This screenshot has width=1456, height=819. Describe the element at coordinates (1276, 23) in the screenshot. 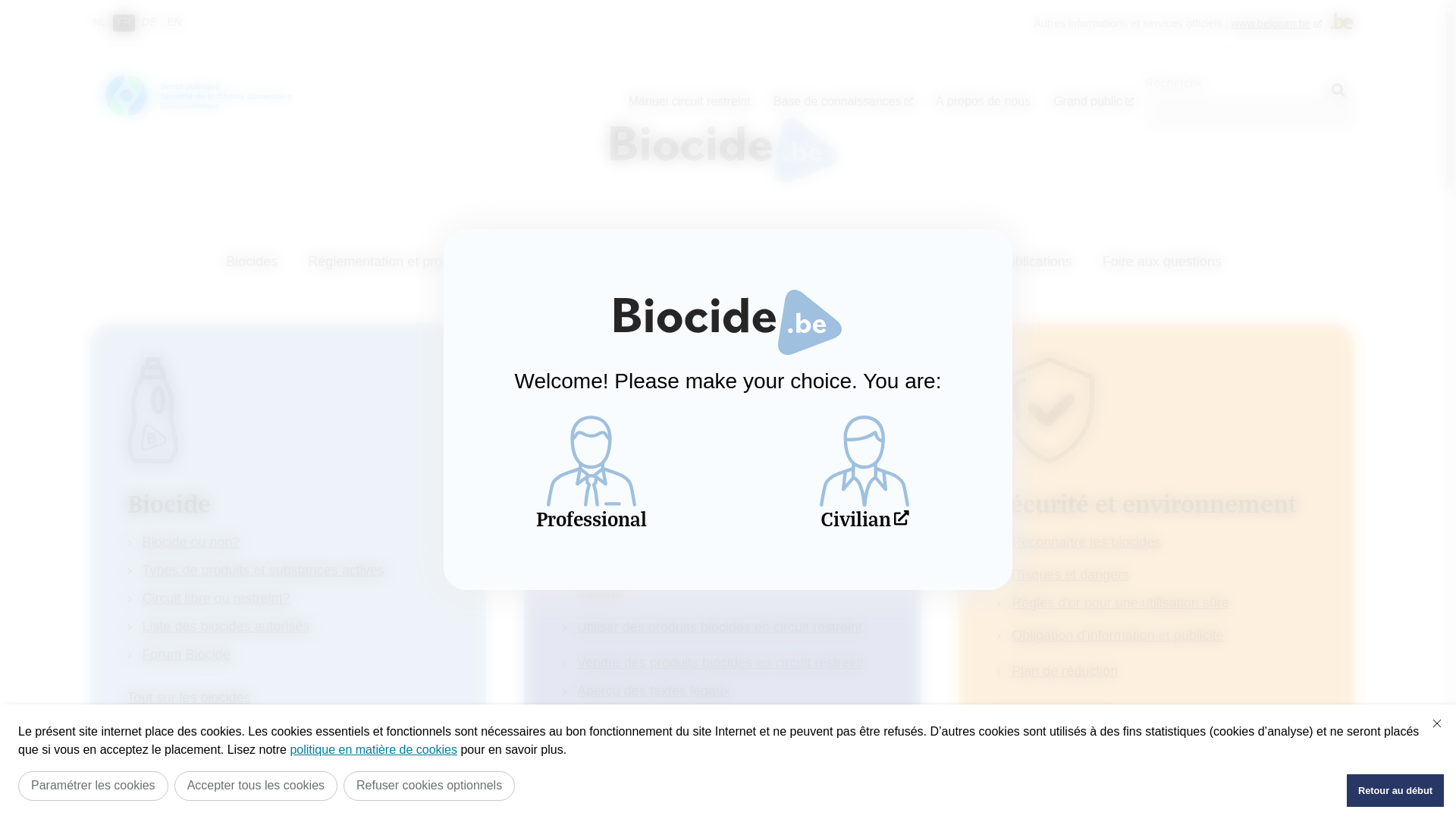

I see `'www.belgium.be'` at that location.